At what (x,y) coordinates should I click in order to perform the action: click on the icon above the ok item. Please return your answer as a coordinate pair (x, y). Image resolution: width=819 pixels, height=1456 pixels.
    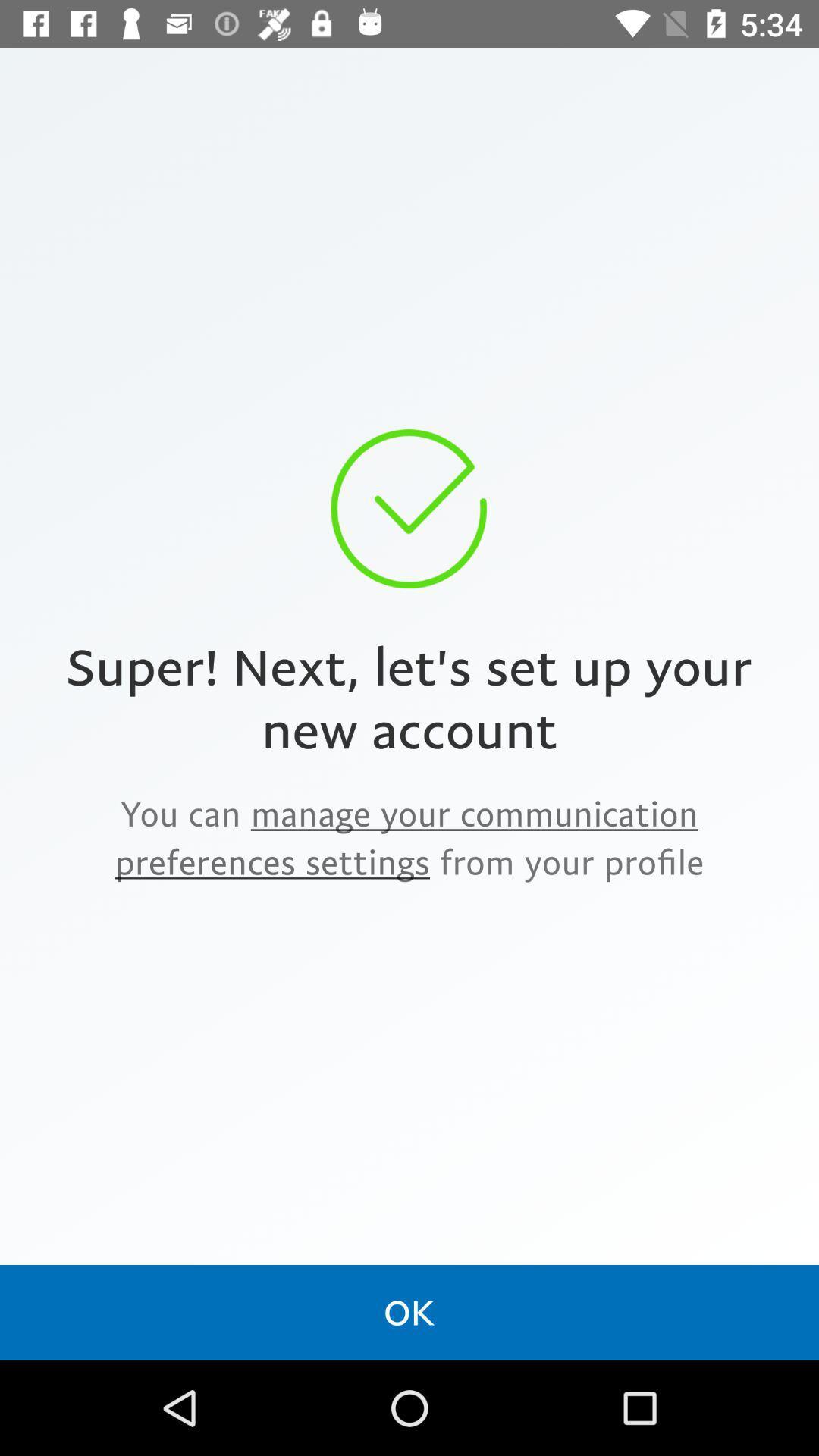
    Looking at the image, I should click on (409, 836).